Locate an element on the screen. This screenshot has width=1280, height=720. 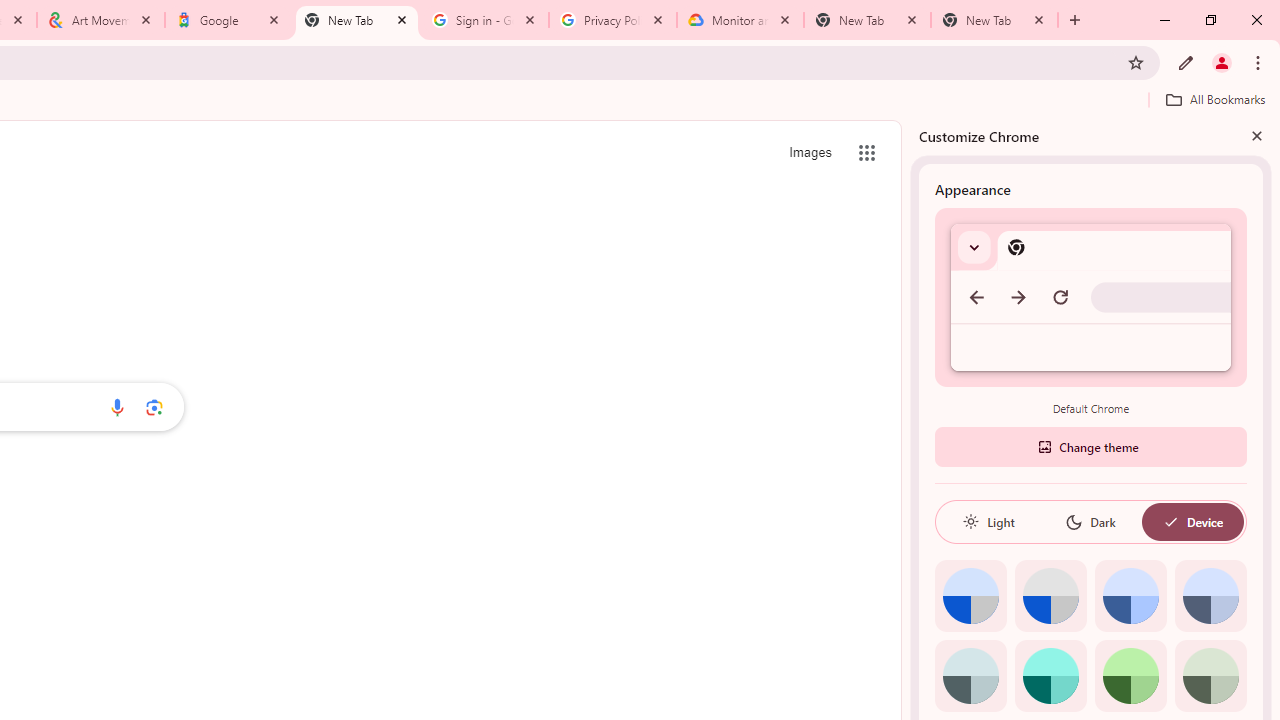
'Grey default color' is located at coordinates (1049, 595).